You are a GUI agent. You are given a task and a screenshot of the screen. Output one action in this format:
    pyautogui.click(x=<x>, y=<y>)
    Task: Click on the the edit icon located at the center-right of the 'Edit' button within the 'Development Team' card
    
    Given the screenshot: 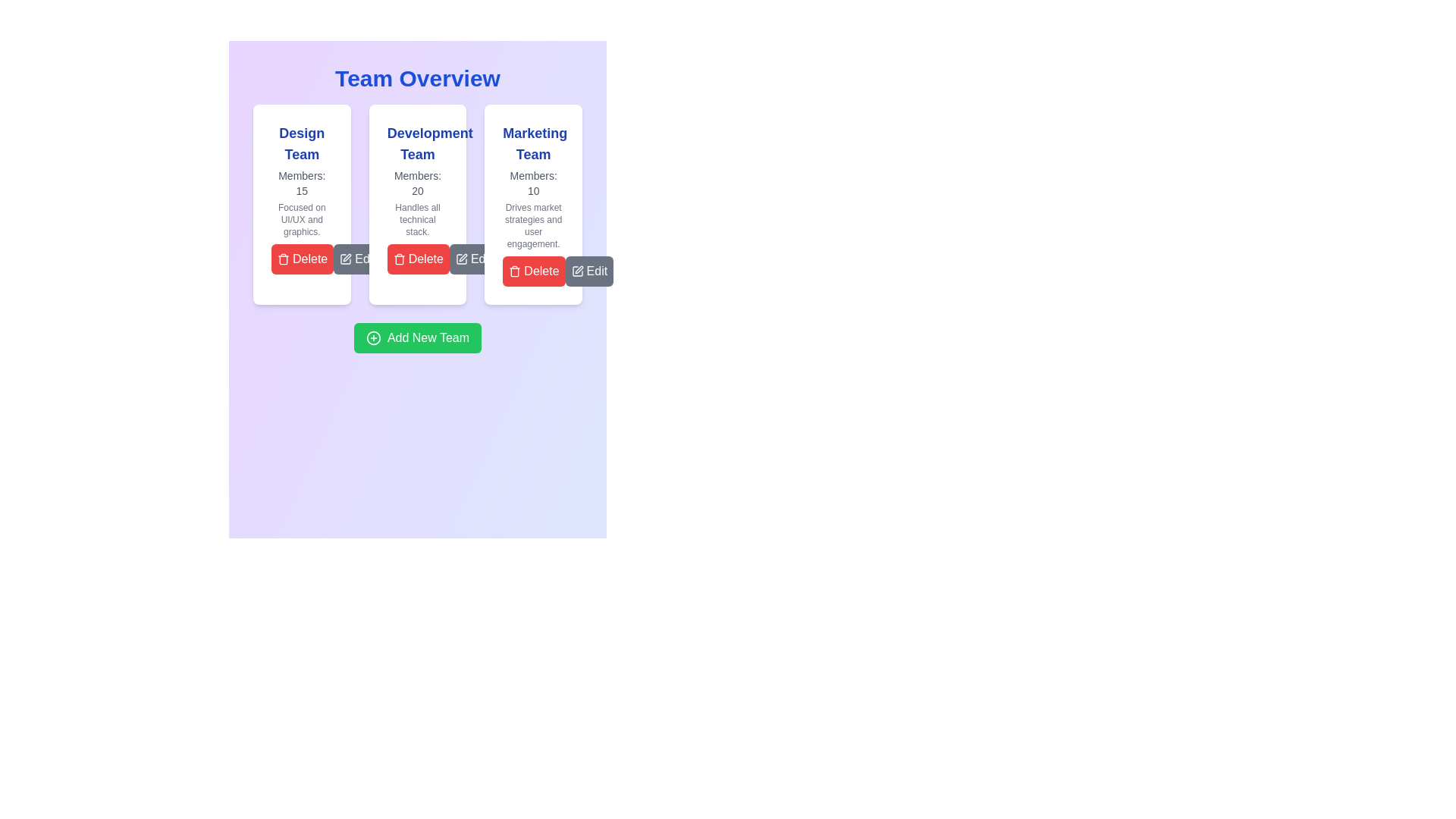 What is the action you would take?
    pyautogui.click(x=462, y=256)
    